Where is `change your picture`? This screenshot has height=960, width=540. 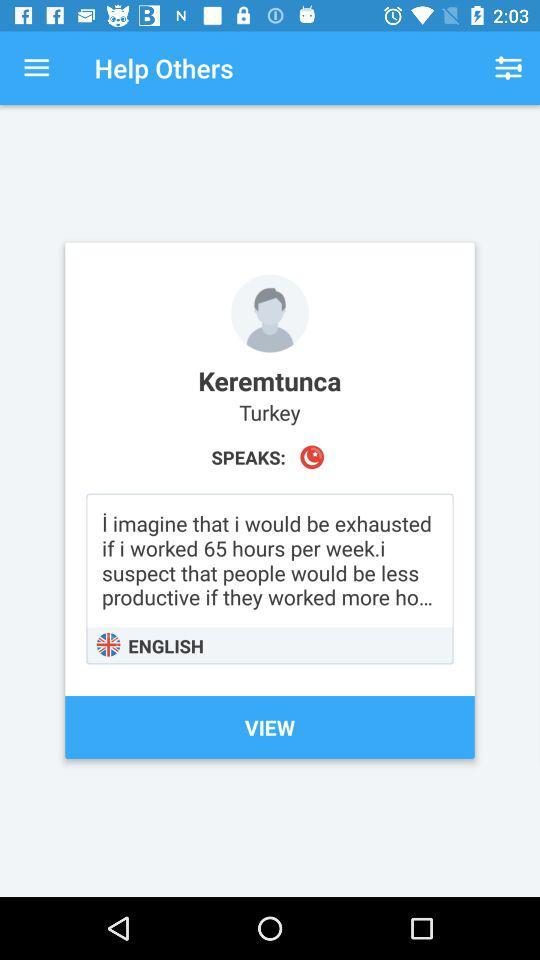 change your picture is located at coordinates (270, 313).